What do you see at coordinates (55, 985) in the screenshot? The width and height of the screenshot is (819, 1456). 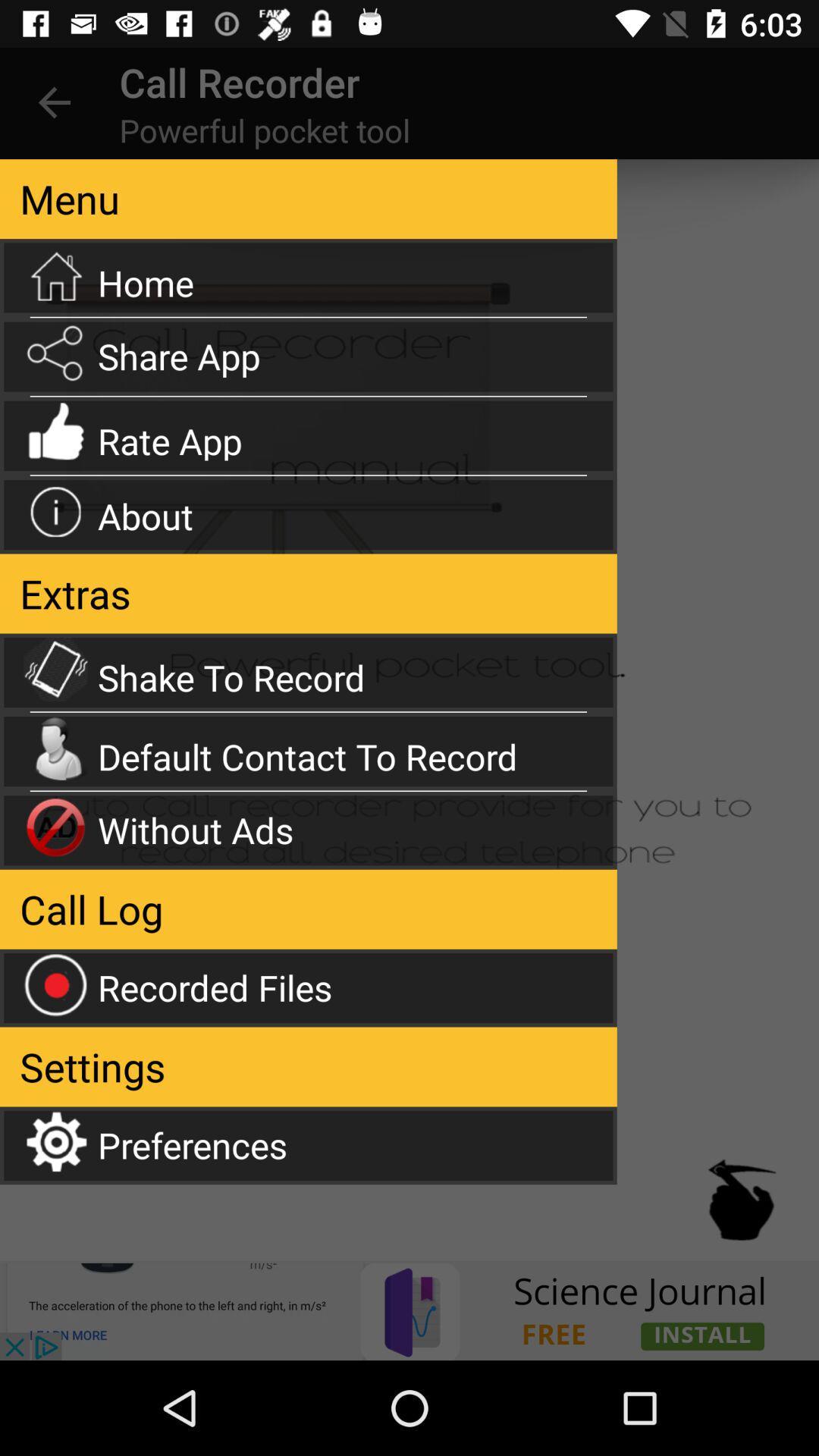 I see `the icon which is left side of the recorded files` at bounding box center [55, 985].